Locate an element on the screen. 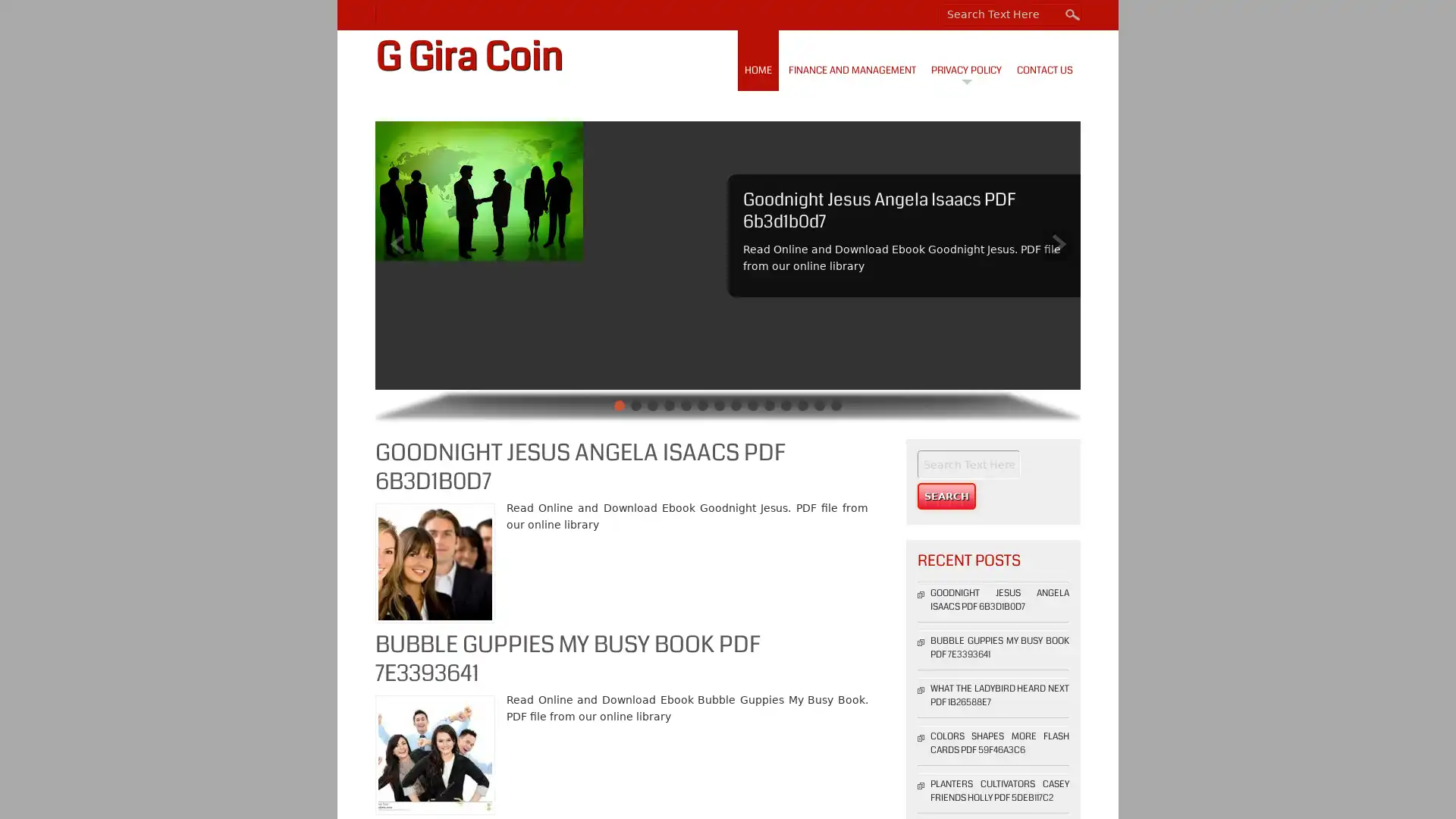 Image resolution: width=1456 pixels, height=819 pixels. Search is located at coordinates (946, 496).